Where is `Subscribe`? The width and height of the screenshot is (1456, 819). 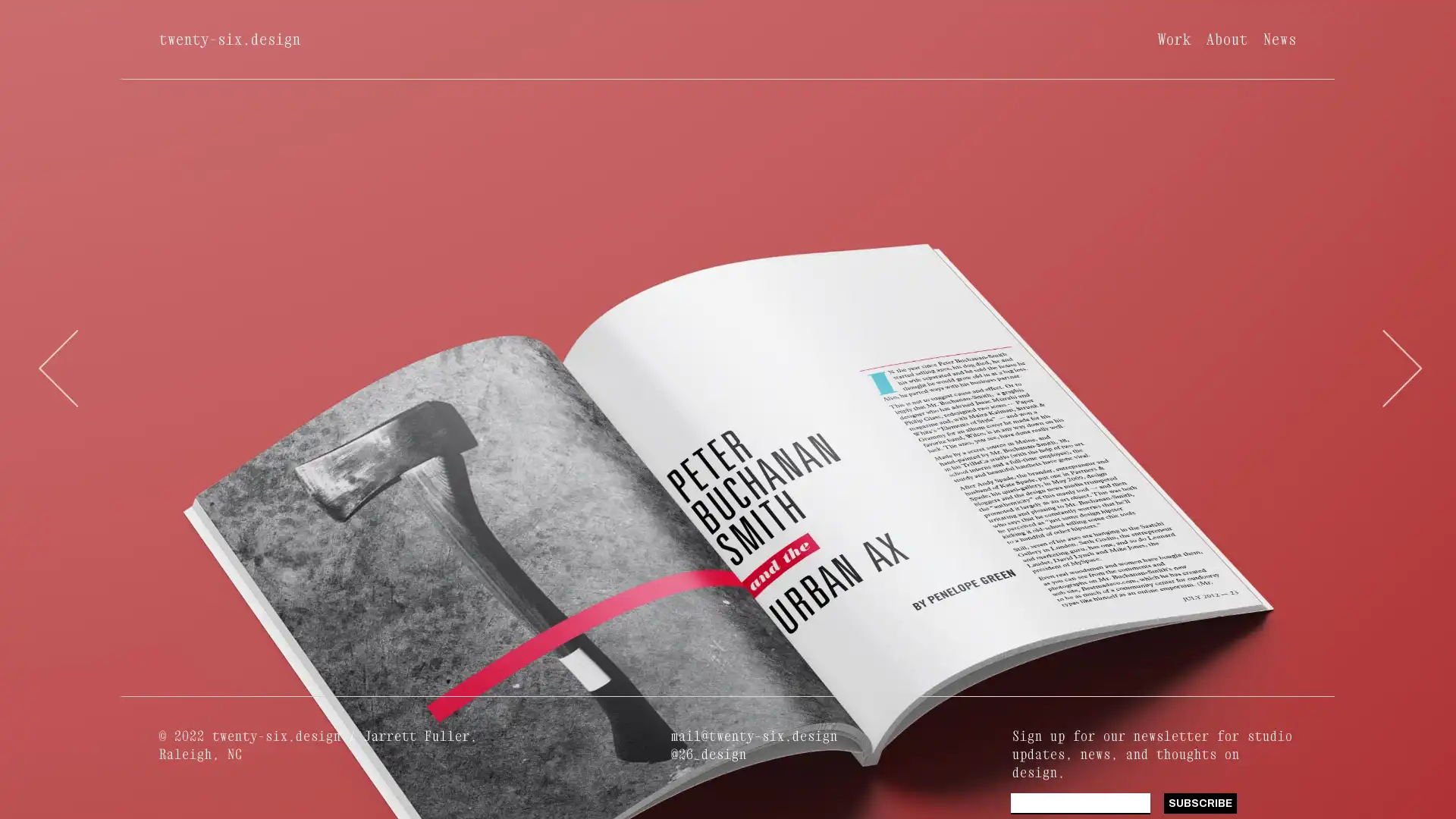
Subscribe is located at coordinates (1199, 802).